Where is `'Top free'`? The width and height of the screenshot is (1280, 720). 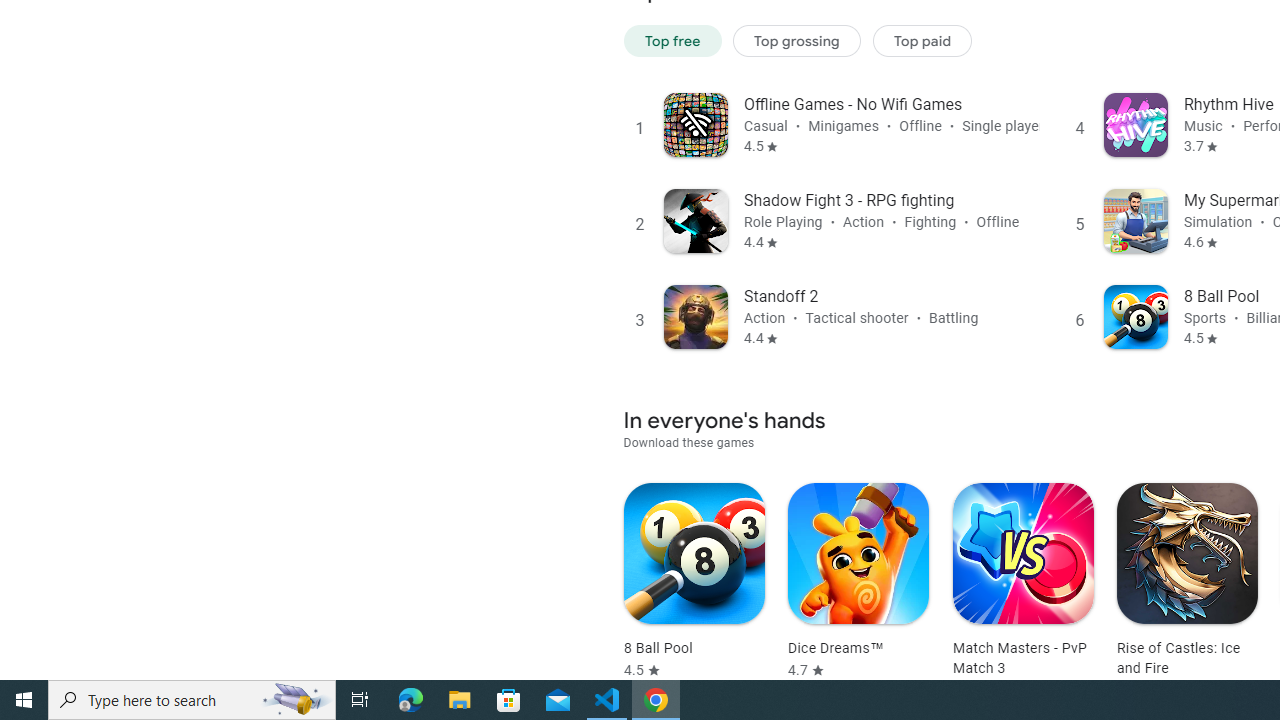 'Top free' is located at coordinates (672, 40).